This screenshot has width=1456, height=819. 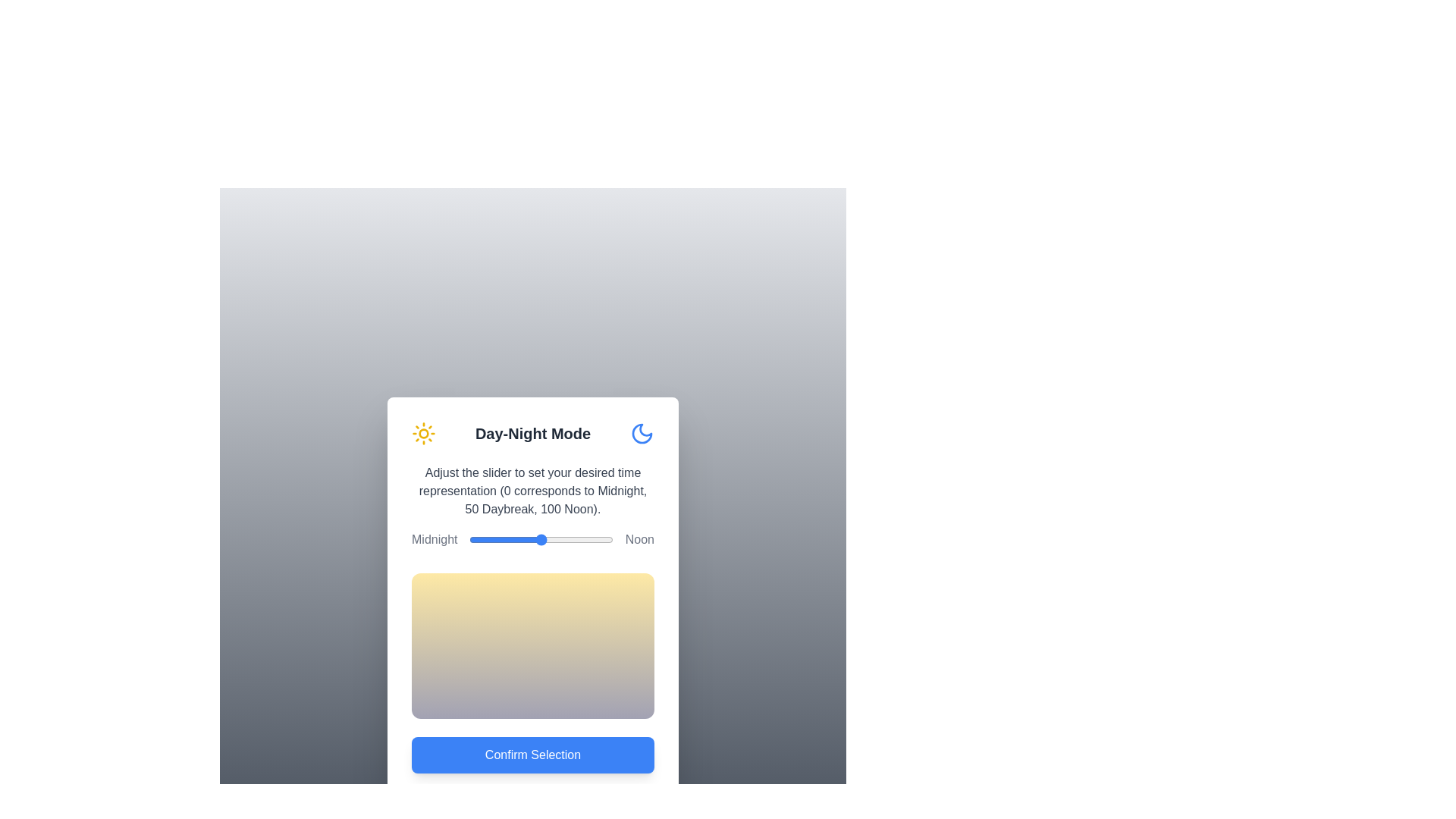 What do you see at coordinates (583, 539) in the screenshot?
I see `the slider to set the time representation to 80, observing the gradient change` at bounding box center [583, 539].